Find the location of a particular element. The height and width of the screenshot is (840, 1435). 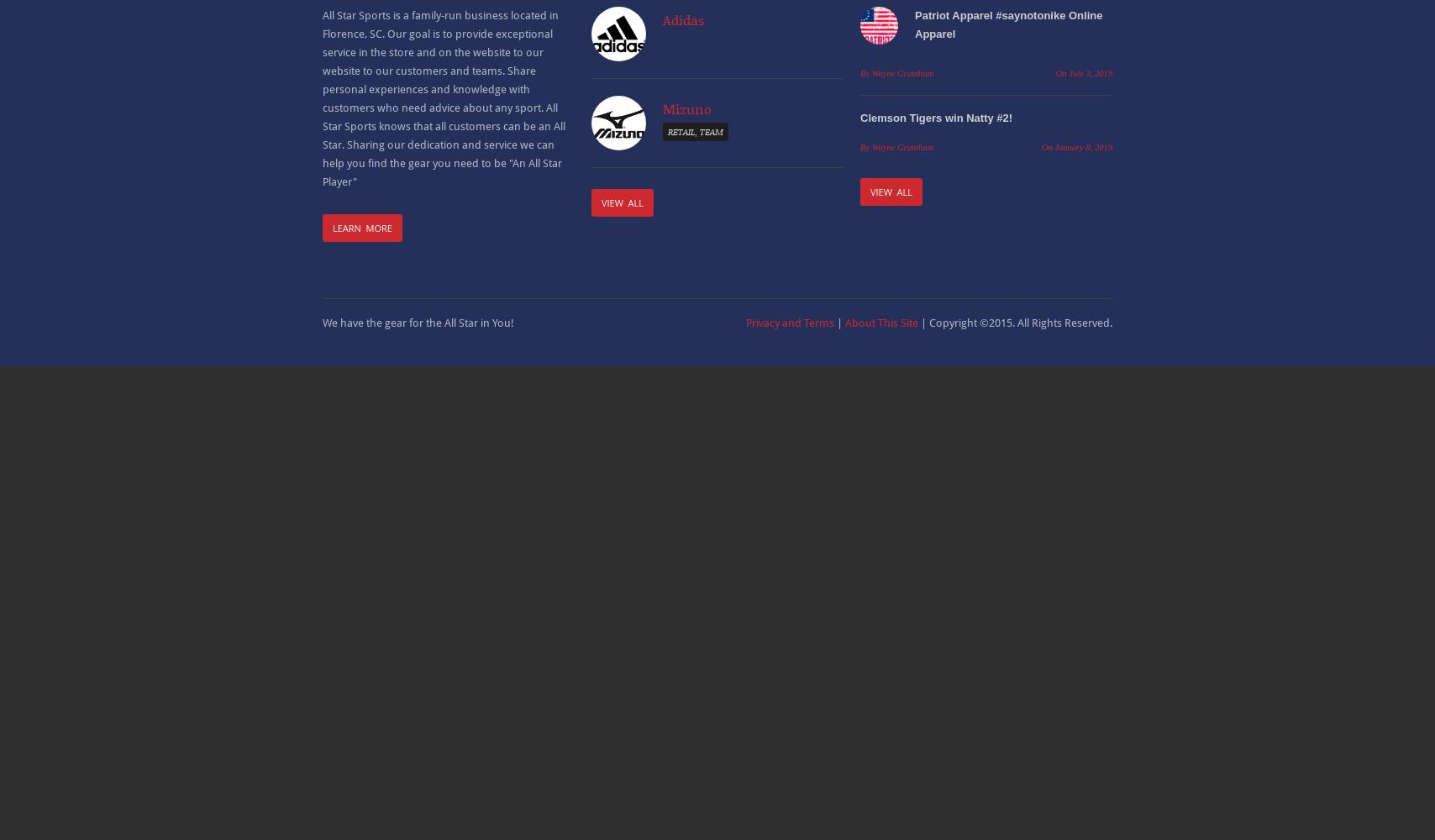

'Mizuno' is located at coordinates (686, 108).